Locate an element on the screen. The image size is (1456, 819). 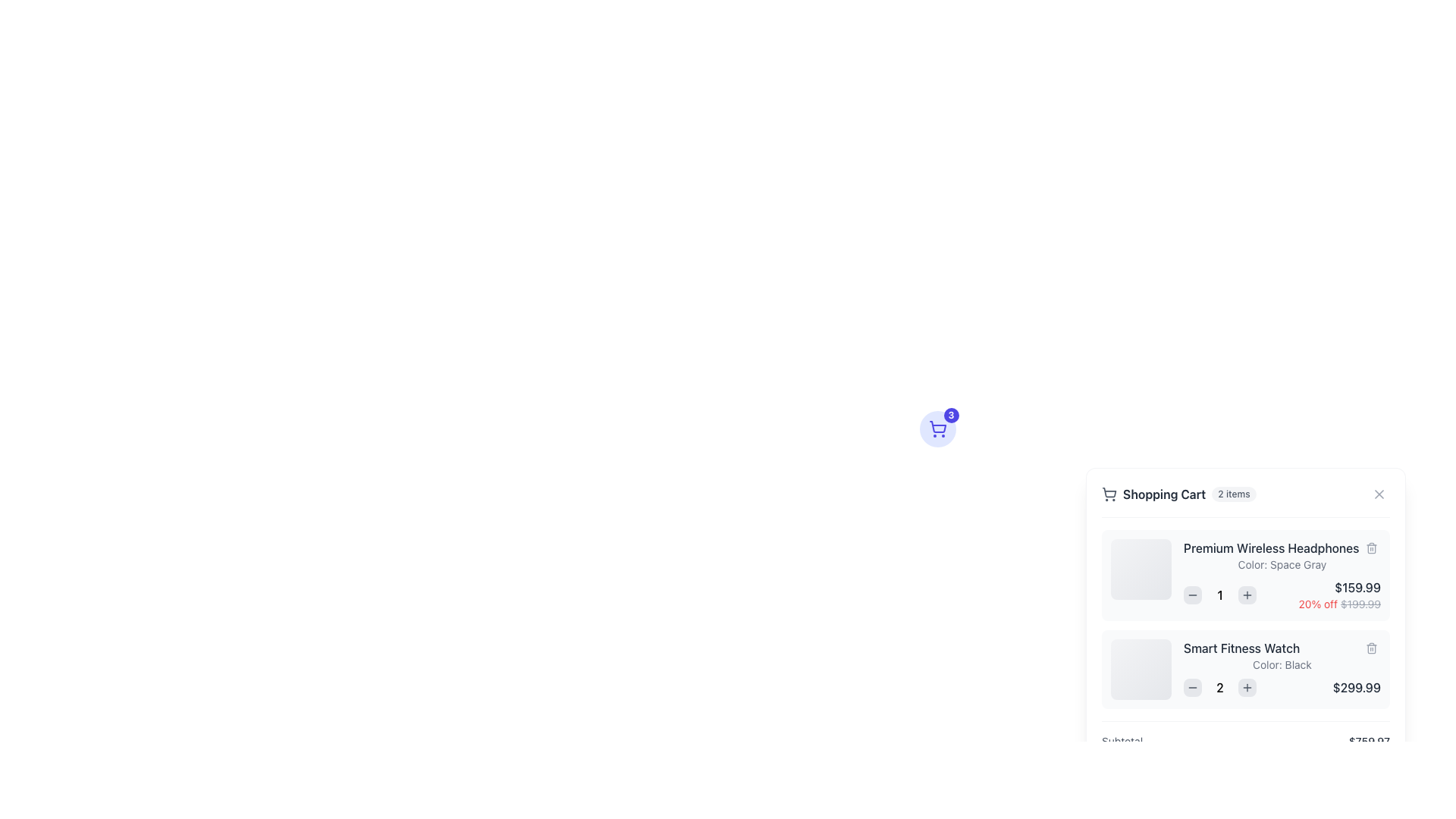
the trash bin icon button, which is a small square-shaped icon with a light gray background and dark gray trash bin graphic, located to the right of the item title 'Premium Wireless Headphones' in the shopping cart interface is located at coordinates (1372, 548).